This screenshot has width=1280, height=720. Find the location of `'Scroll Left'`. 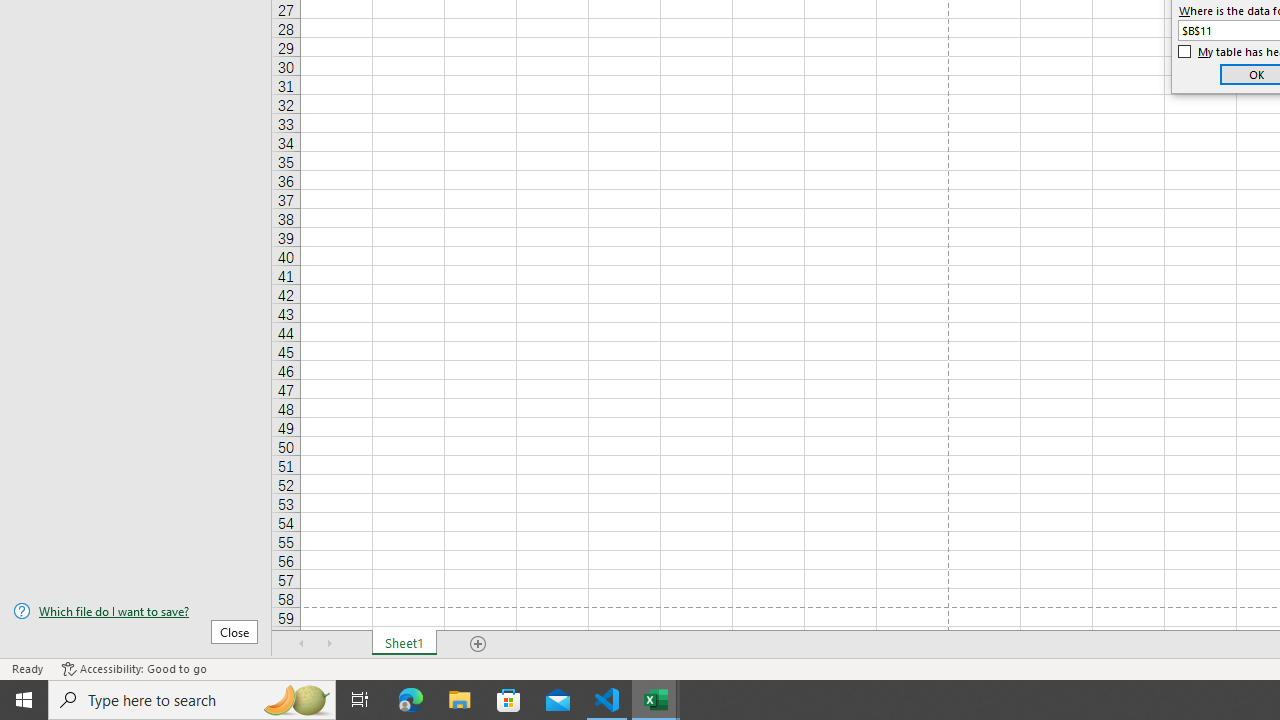

'Scroll Left' is located at coordinates (301, 644).